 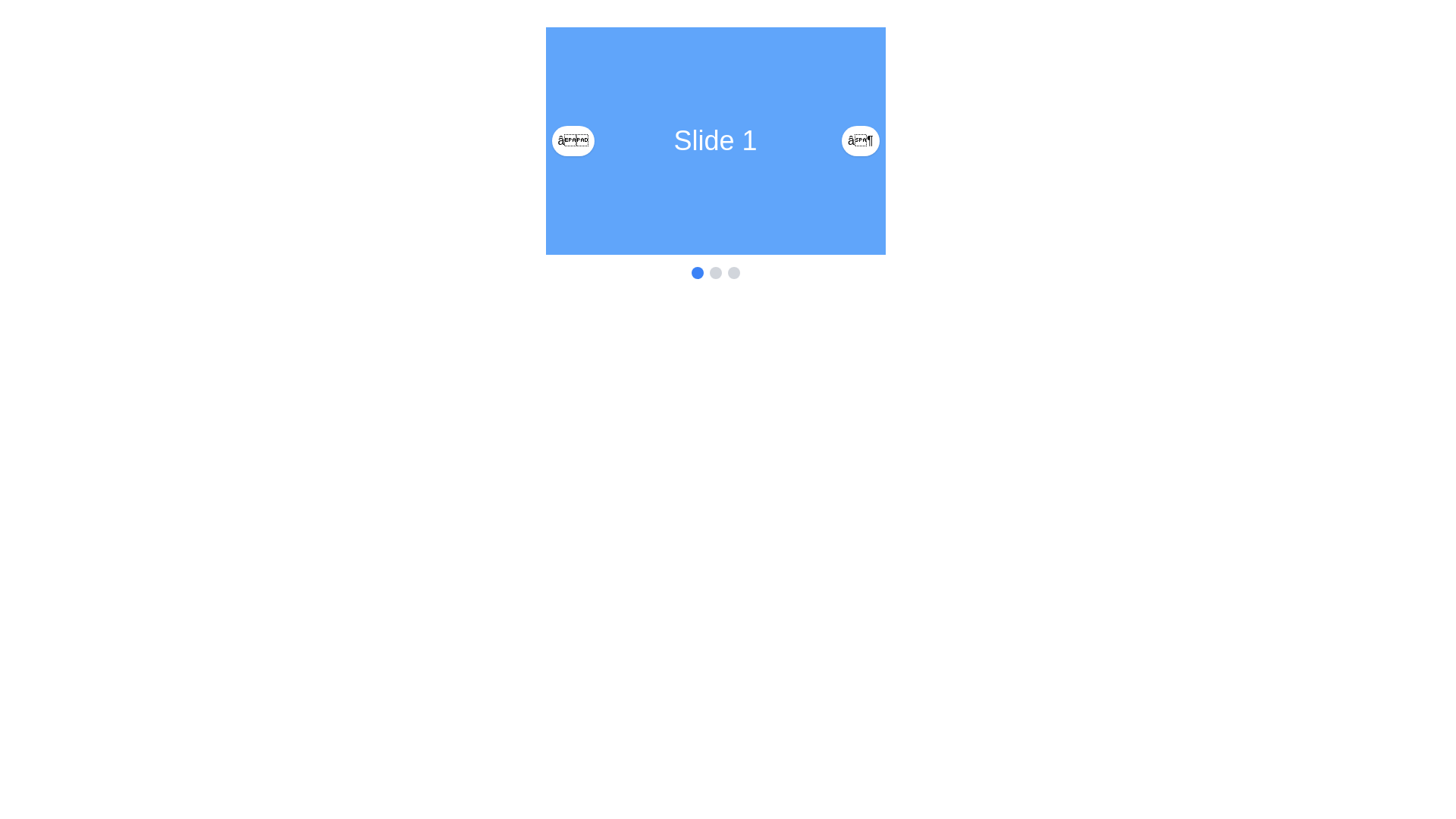 What do you see at coordinates (696, 271) in the screenshot?
I see `the leftmost circular navigation button located beneath the 'Slide 1' area` at bounding box center [696, 271].